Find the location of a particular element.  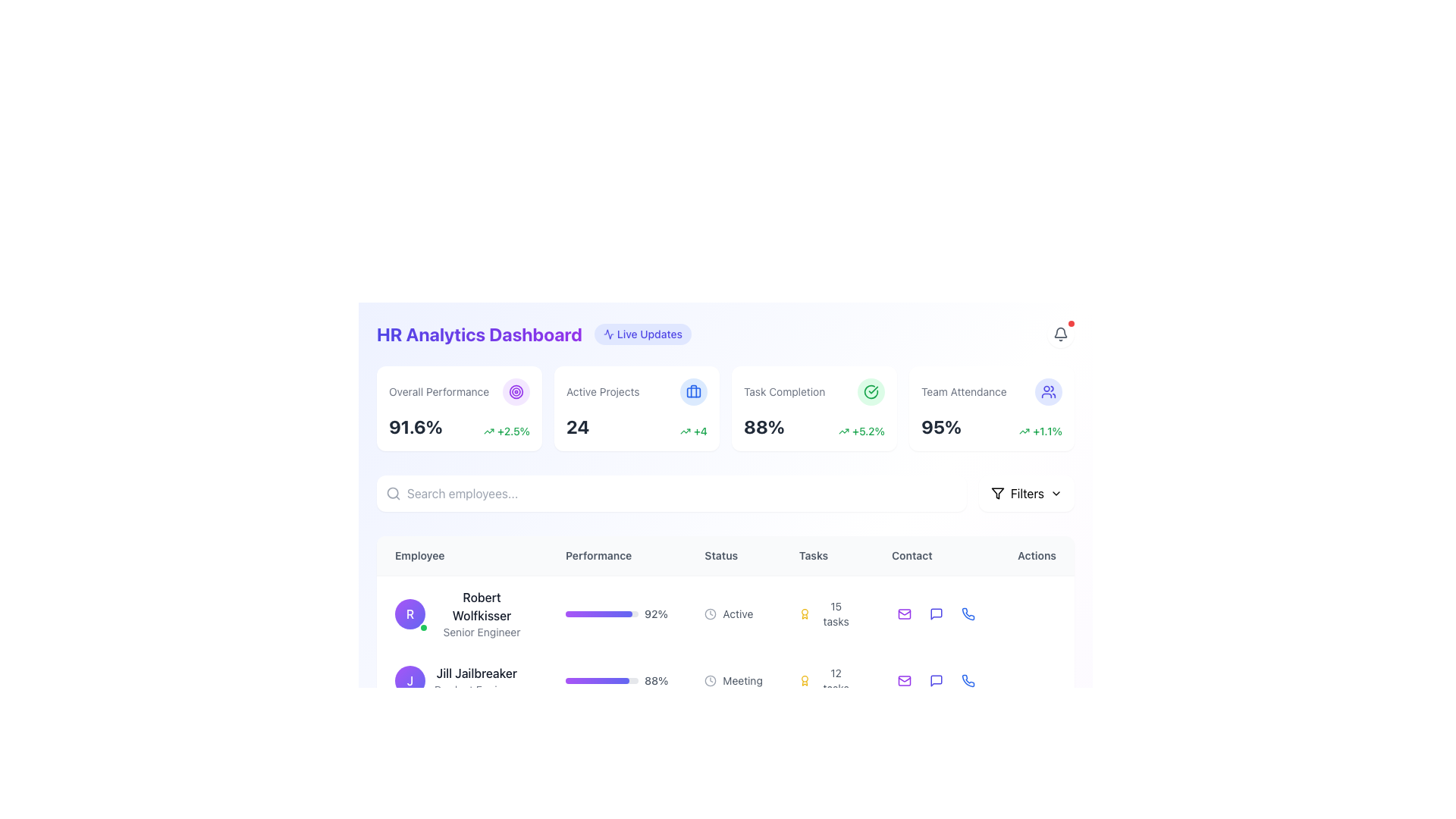

trend indicator of the Statistical display component showing a performance metric of '91.6%' with a green upward trend of '2.5%' located in the 'Overall Performance' section is located at coordinates (458, 427).